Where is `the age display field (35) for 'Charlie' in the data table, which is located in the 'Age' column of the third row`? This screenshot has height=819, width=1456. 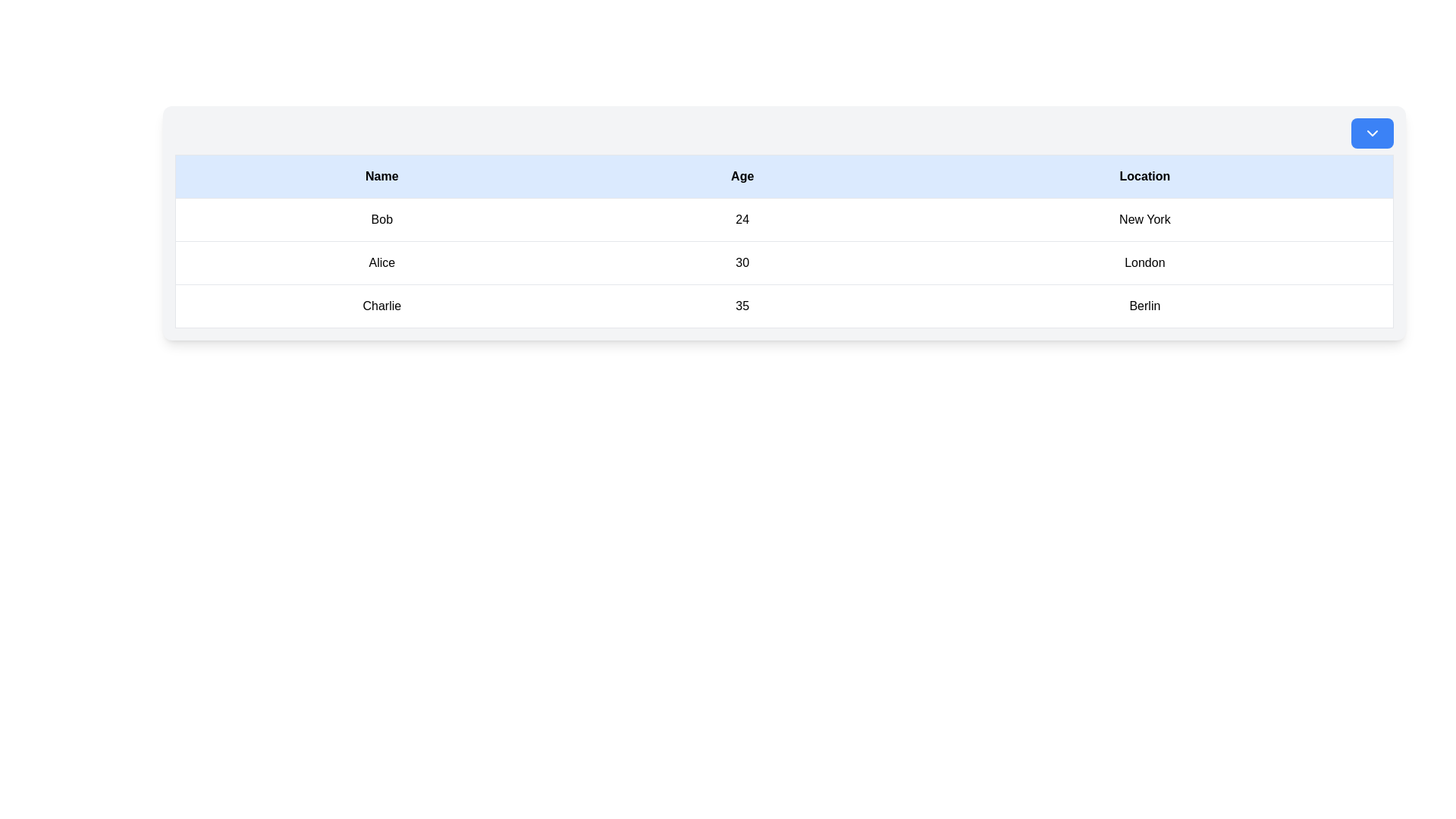
the age display field (35) for 'Charlie' in the data table, which is located in the 'Age' column of the third row is located at coordinates (742, 306).